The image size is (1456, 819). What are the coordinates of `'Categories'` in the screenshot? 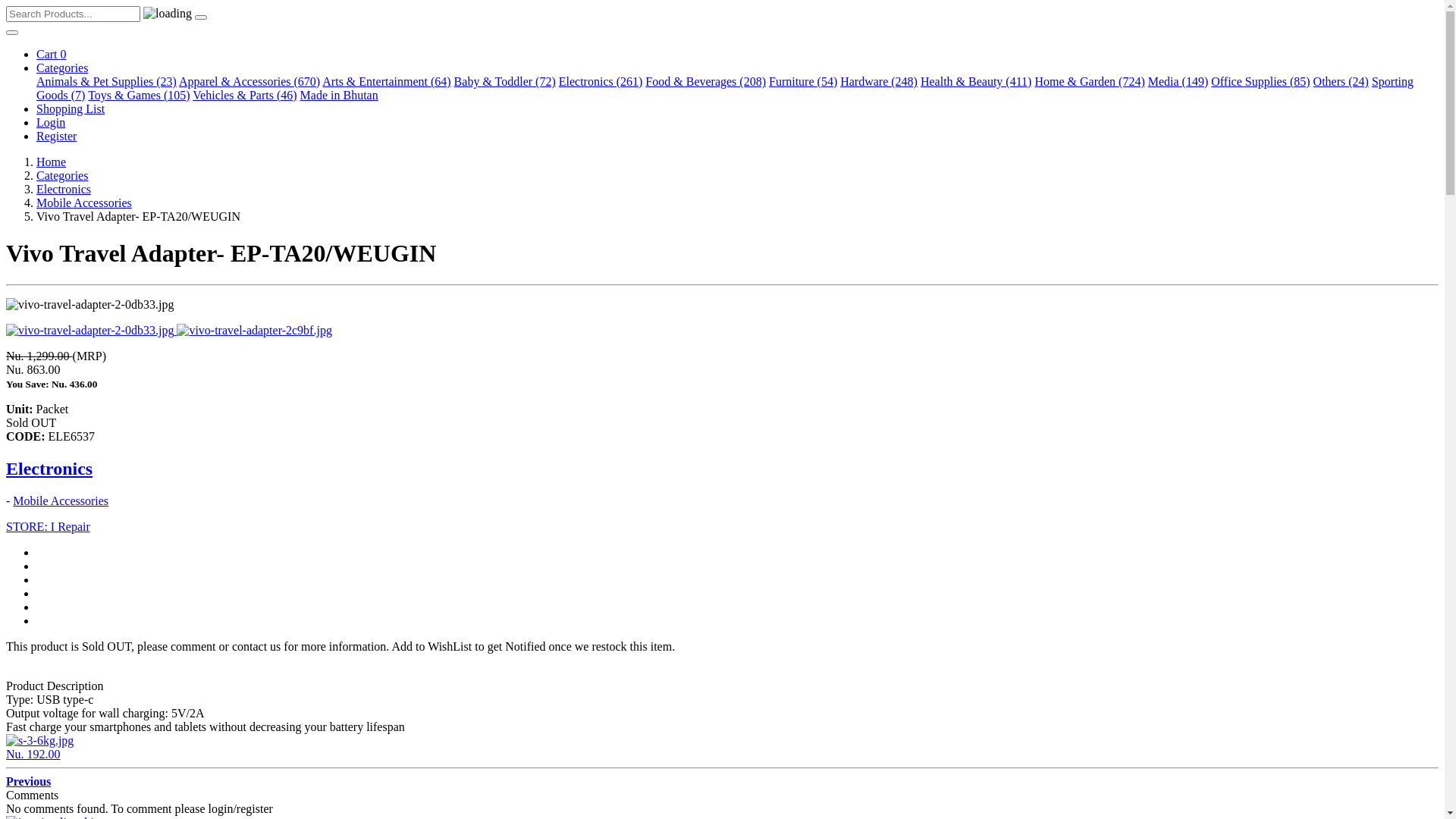 It's located at (61, 67).